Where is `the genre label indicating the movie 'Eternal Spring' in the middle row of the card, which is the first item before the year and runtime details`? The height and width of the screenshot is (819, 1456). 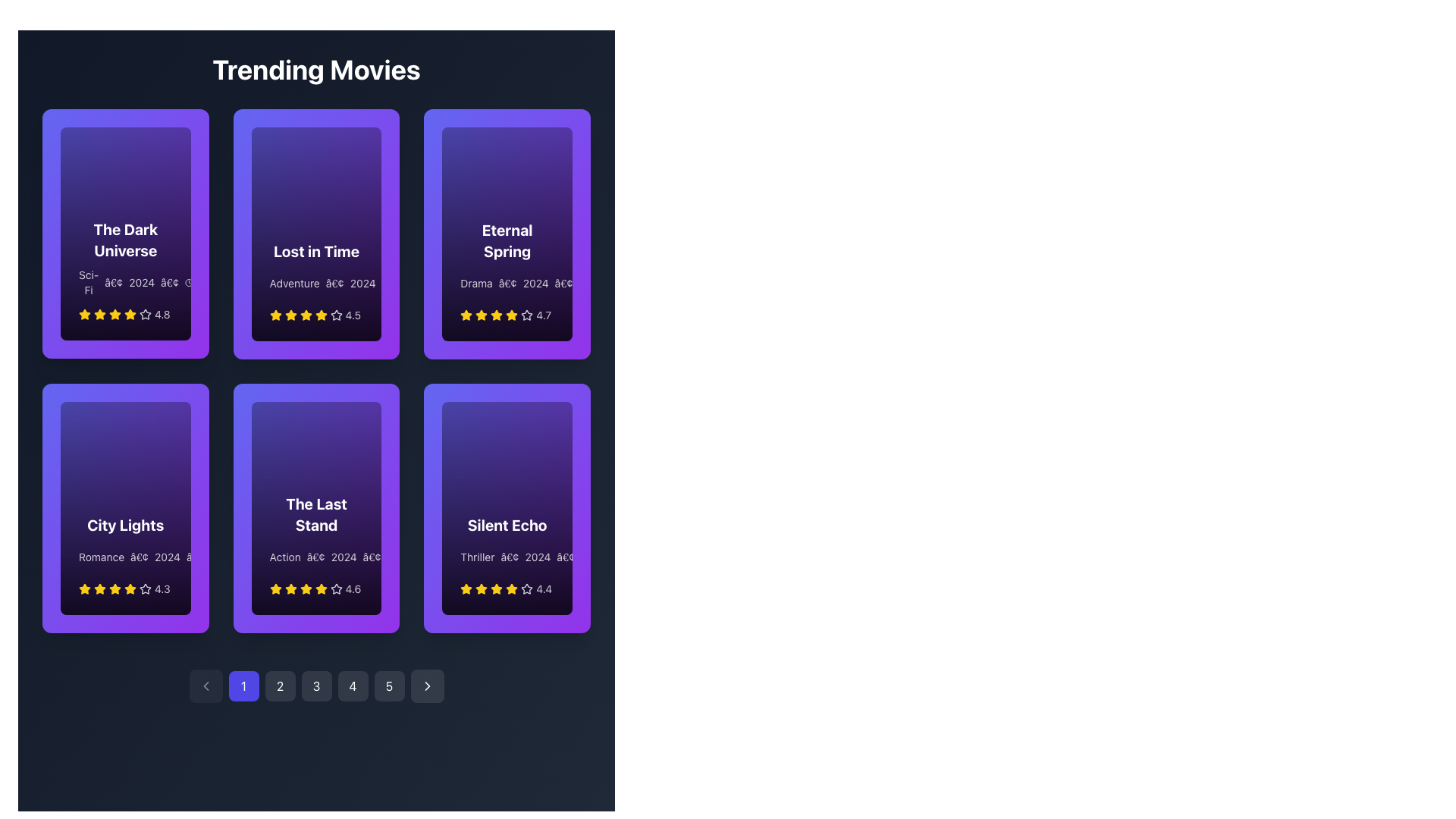 the genre label indicating the movie 'Eternal Spring' in the middle row of the card, which is the first item before the year and runtime details is located at coordinates (475, 283).